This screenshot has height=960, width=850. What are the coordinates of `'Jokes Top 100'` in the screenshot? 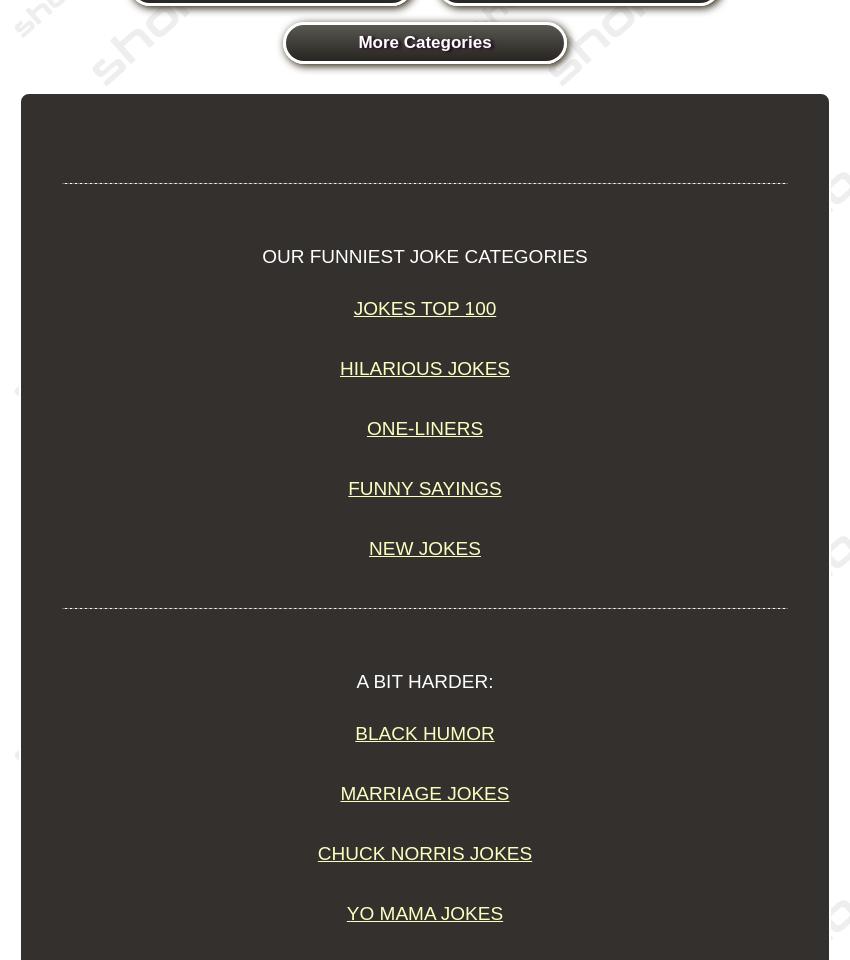 It's located at (424, 308).